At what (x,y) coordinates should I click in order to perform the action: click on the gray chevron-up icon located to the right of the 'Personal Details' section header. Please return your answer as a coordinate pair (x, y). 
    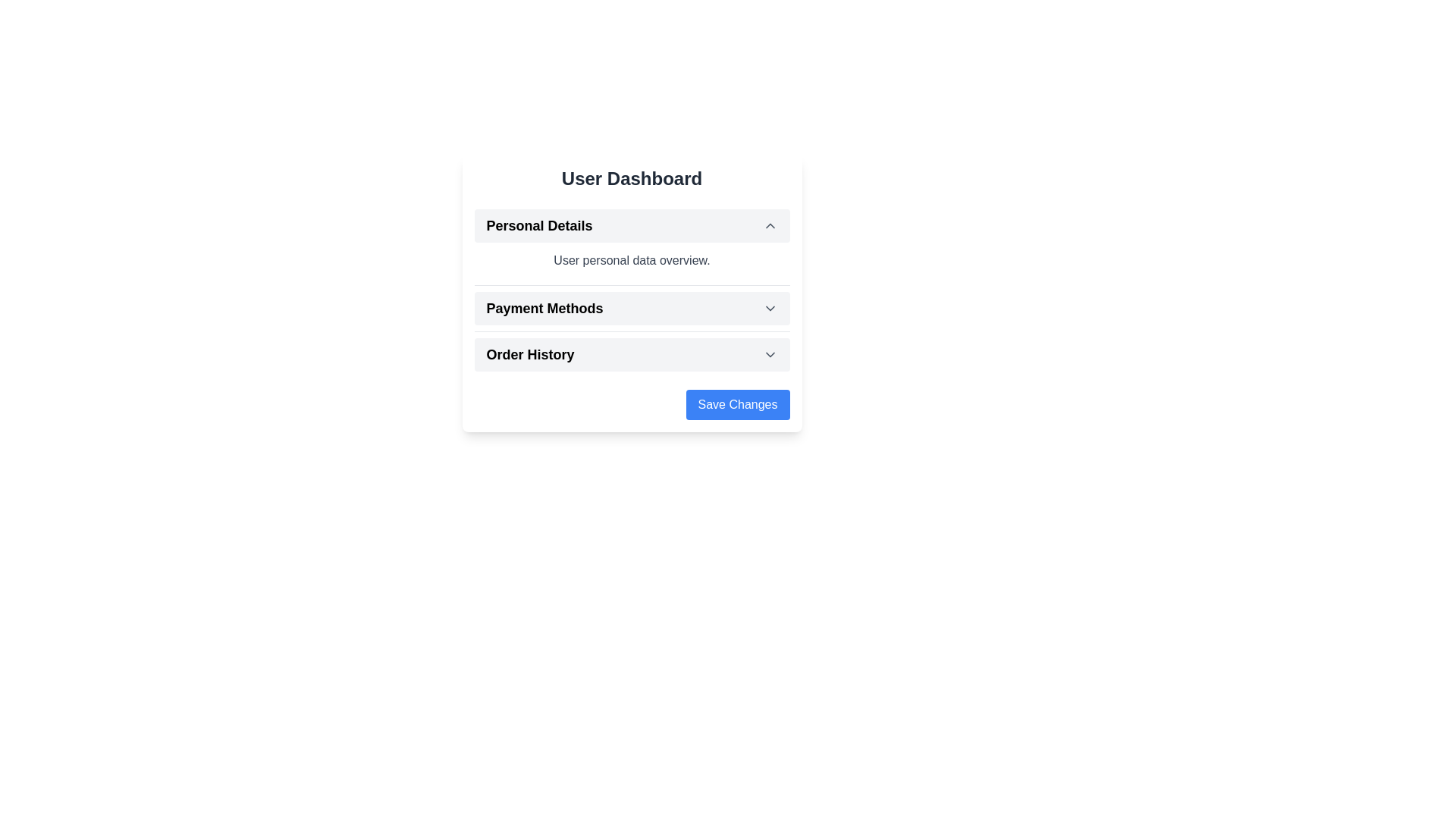
    Looking at the image, I should click on (770, 225).